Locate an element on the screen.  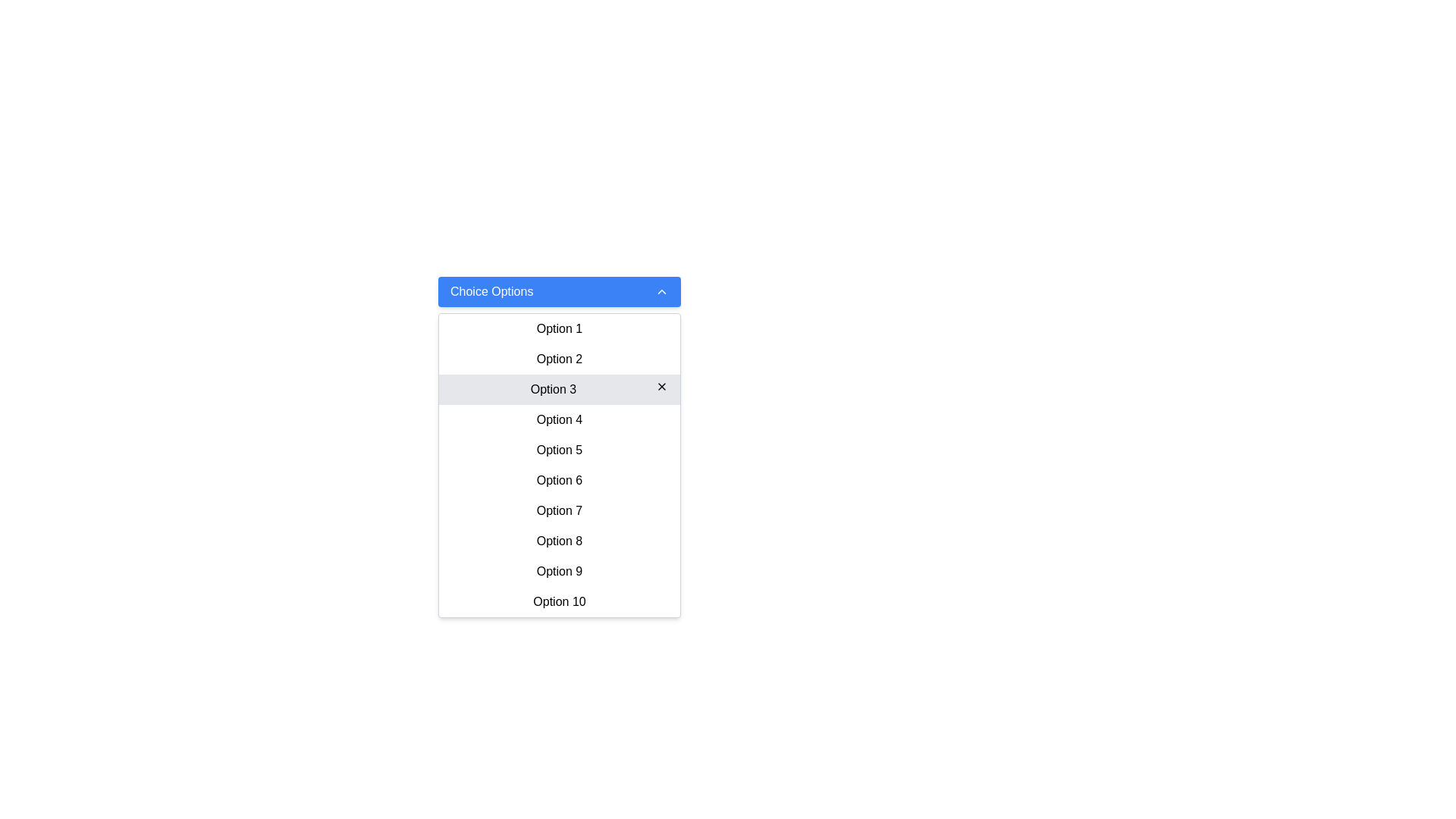
the rectangular button labeled 'Option 10' at the bottom of the dropdown menu is located at coordinates (559, 601).